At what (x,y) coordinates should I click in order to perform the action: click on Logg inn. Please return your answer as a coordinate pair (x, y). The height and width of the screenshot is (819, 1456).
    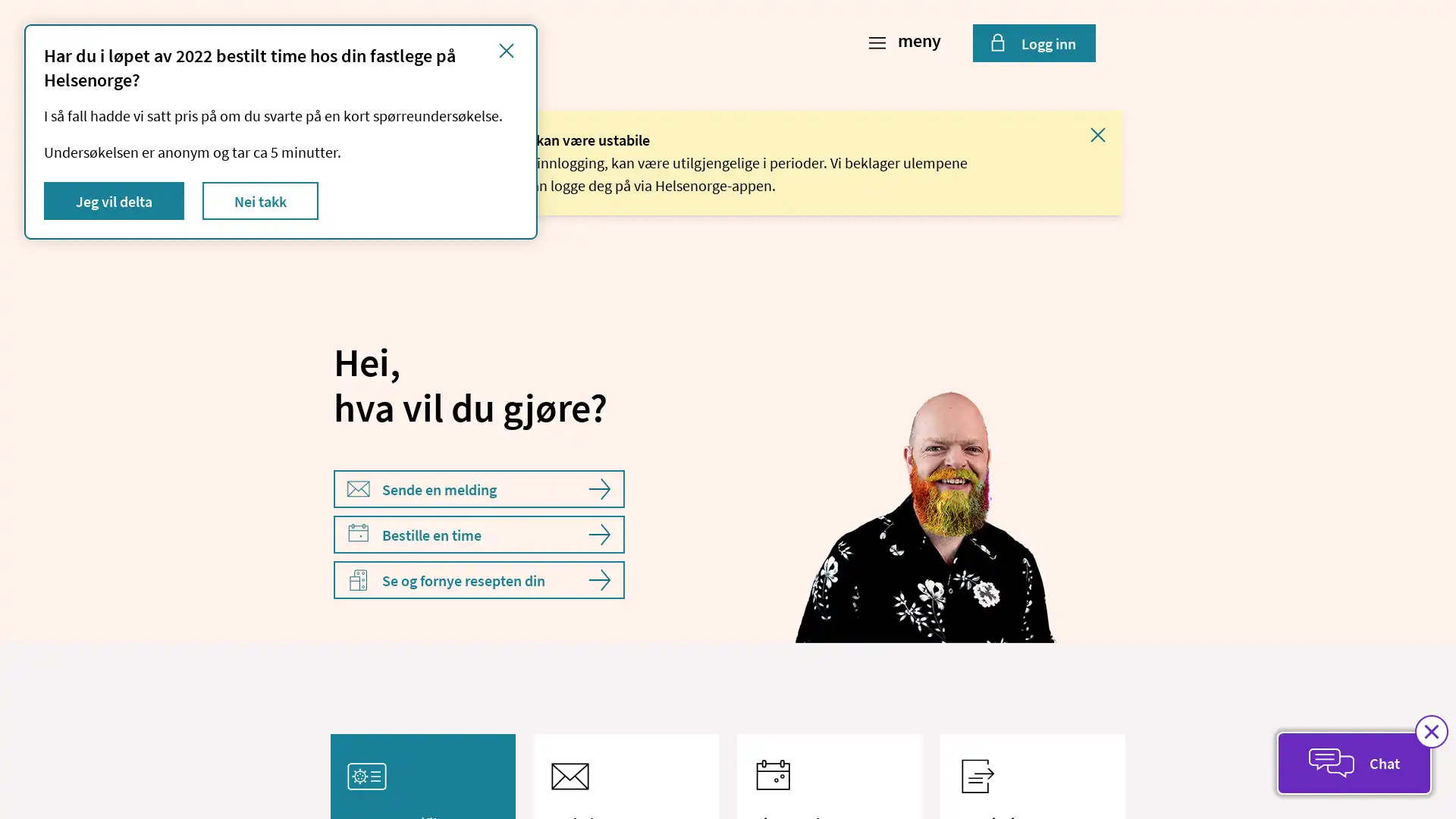
    Looking at the image, I should click on (1033, 42).